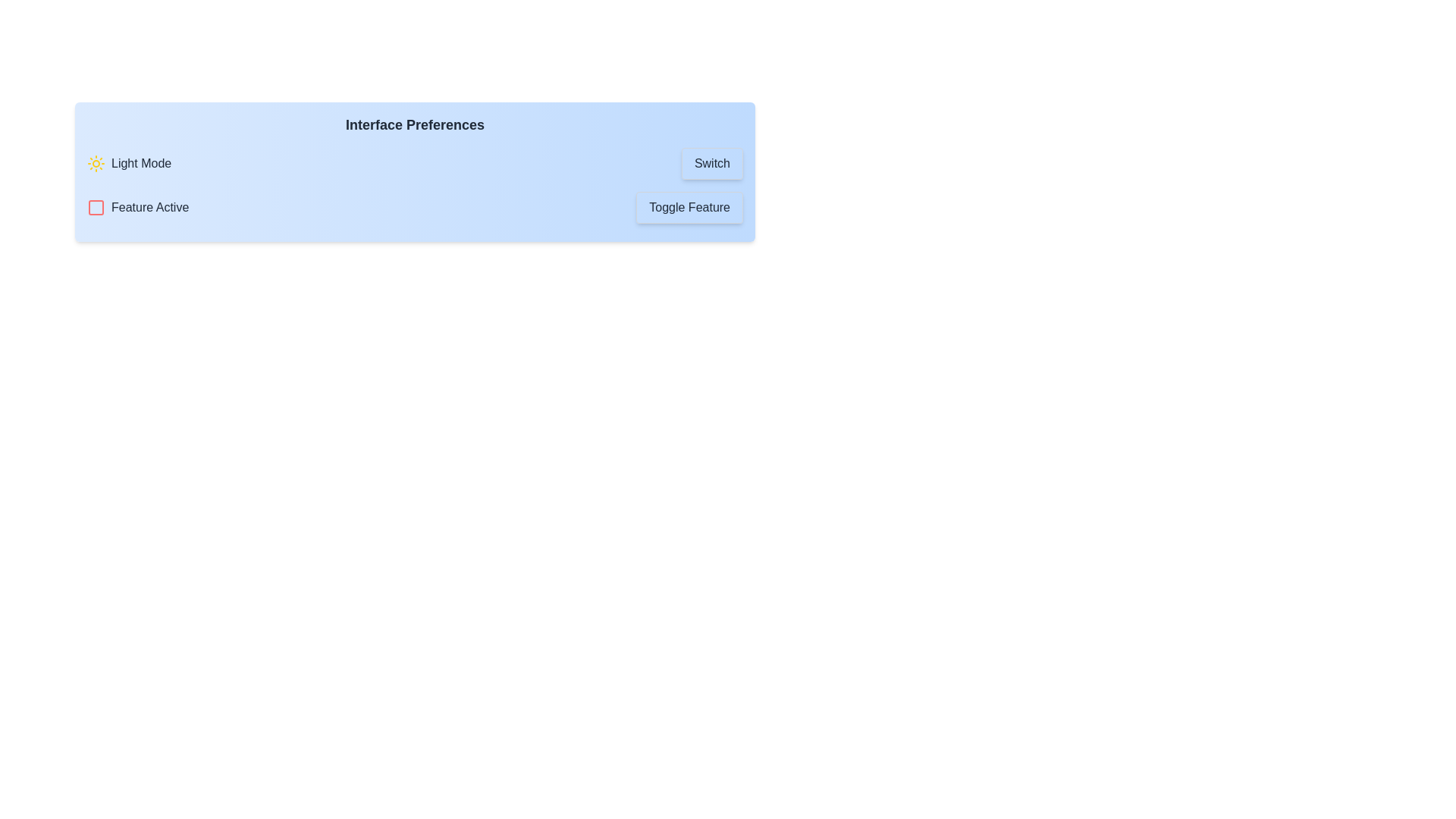 The height and width of the screenshot is (819, 1456). Describe the element at coordinates (711, 164) in the screenshot. I see `the toggle button labeled 'Switch'` at that location.